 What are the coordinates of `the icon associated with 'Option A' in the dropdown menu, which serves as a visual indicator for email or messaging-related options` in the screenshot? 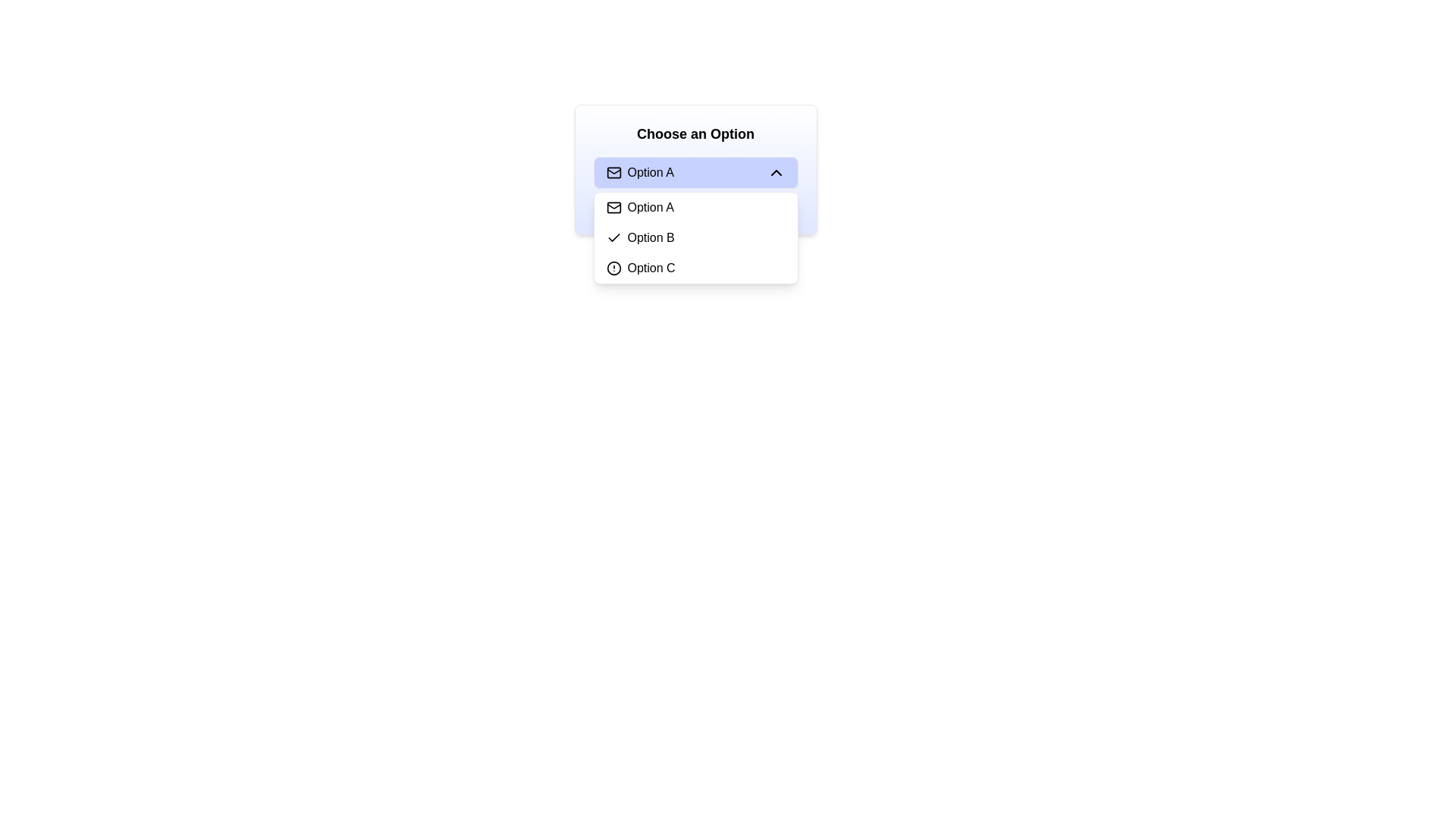 It's located at (613, 171).